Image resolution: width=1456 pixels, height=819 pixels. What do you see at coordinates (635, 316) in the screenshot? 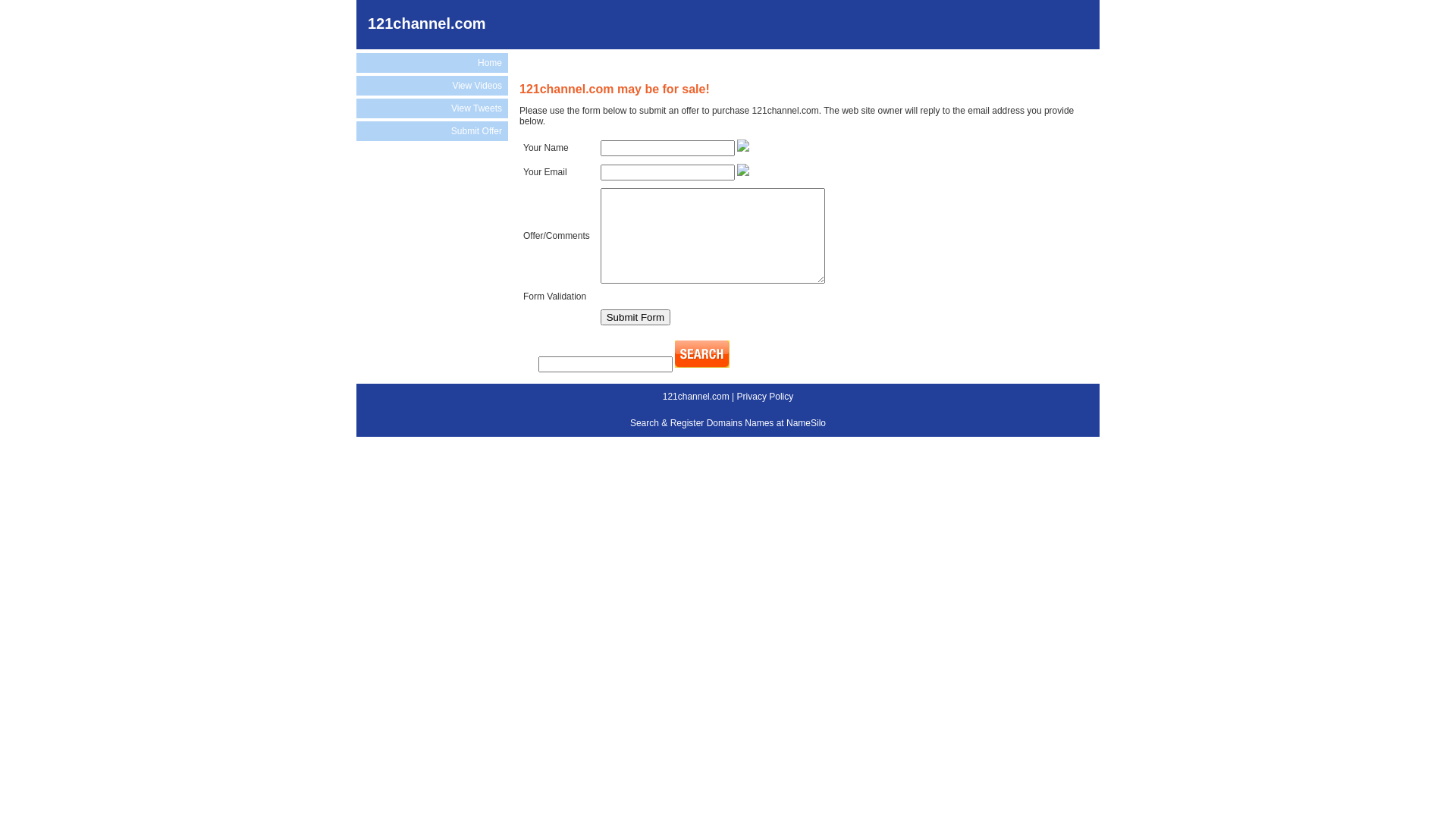
I see `'Submit Form'` at bounding box center [635, 316].